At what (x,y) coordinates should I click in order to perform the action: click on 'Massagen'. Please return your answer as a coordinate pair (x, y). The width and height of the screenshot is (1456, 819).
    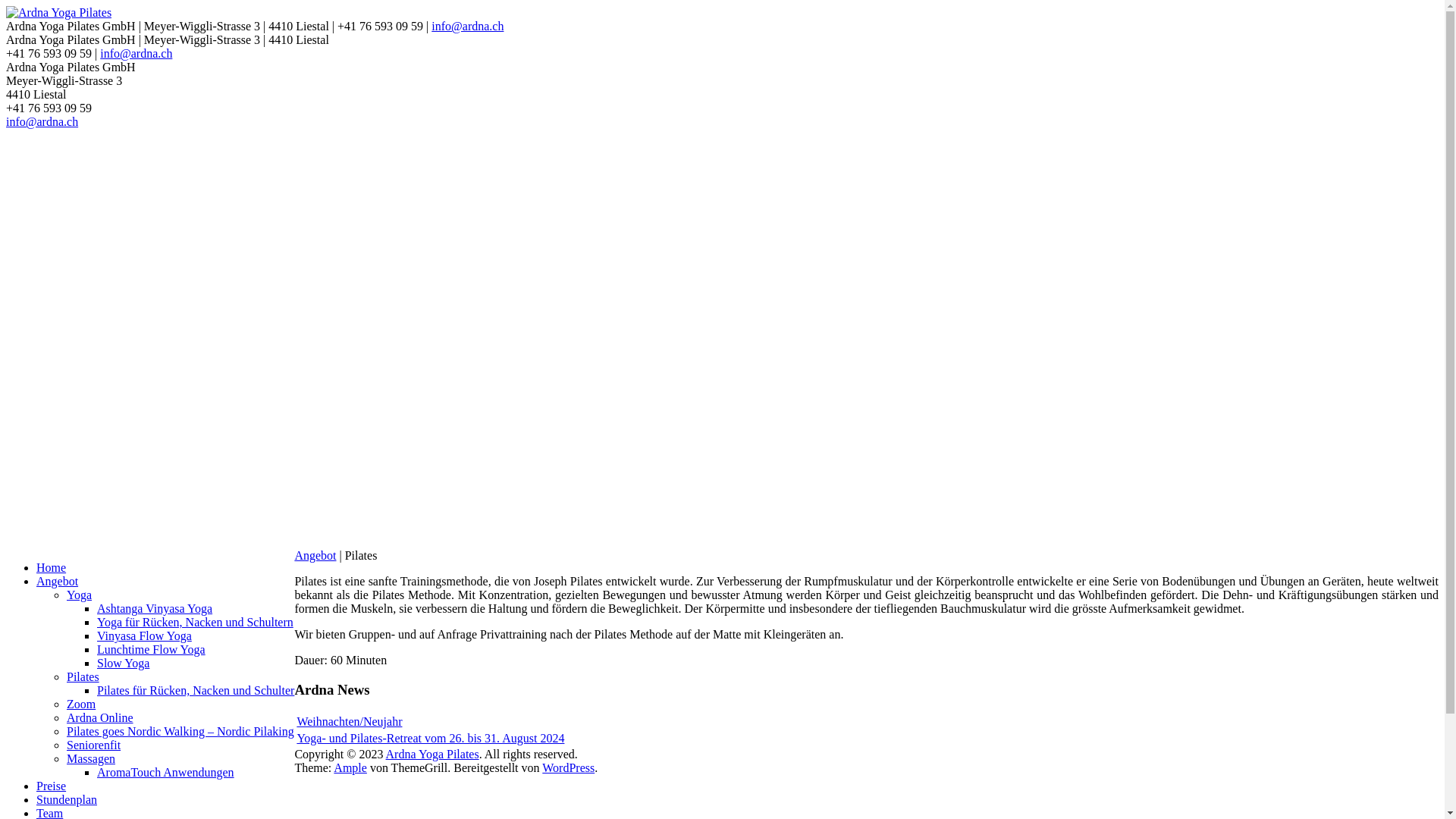
    Looking at the image, I should click on (90, 758).